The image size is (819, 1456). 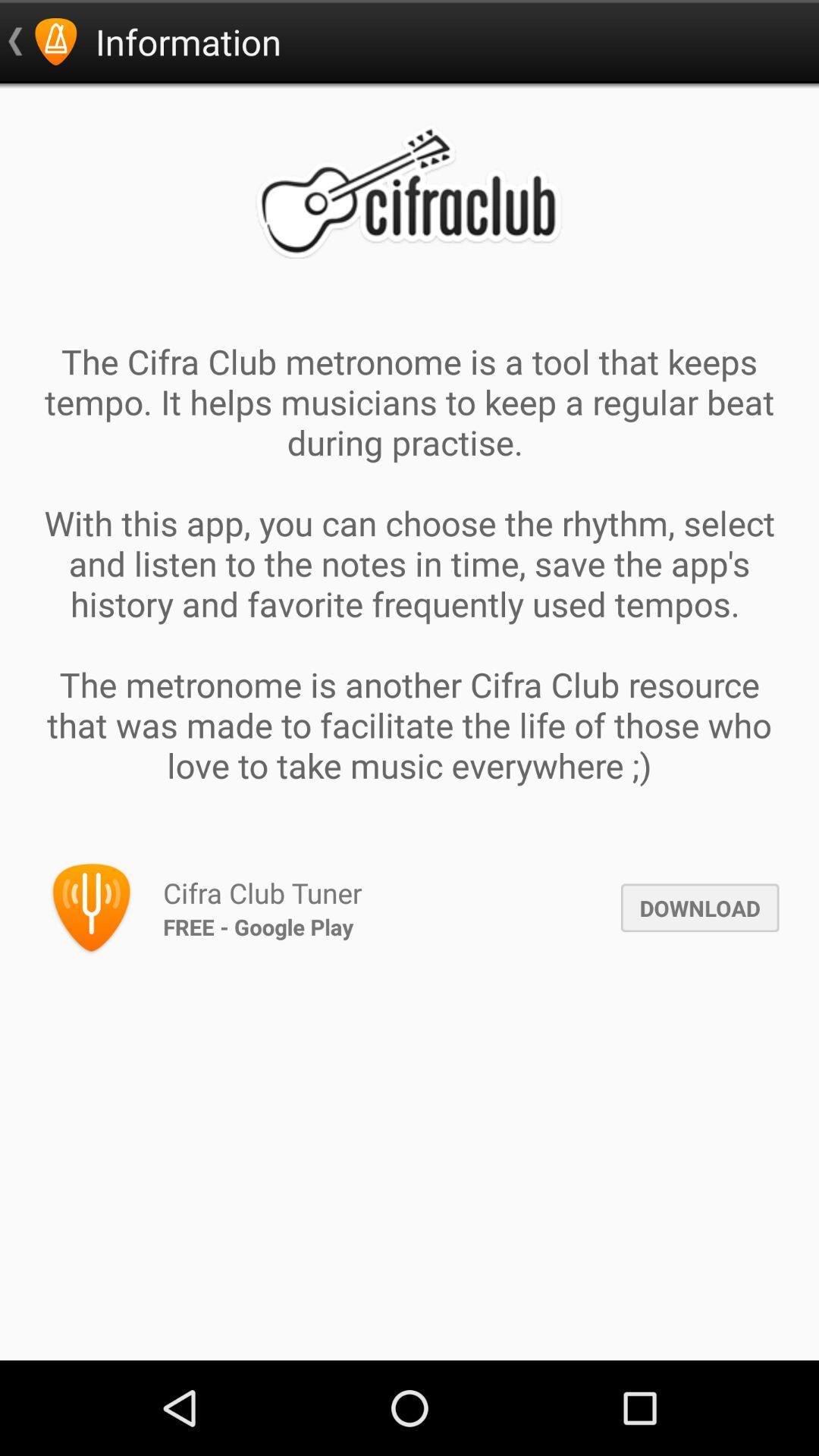 I want to click on the icon on the right, so click(x=700, y=908).